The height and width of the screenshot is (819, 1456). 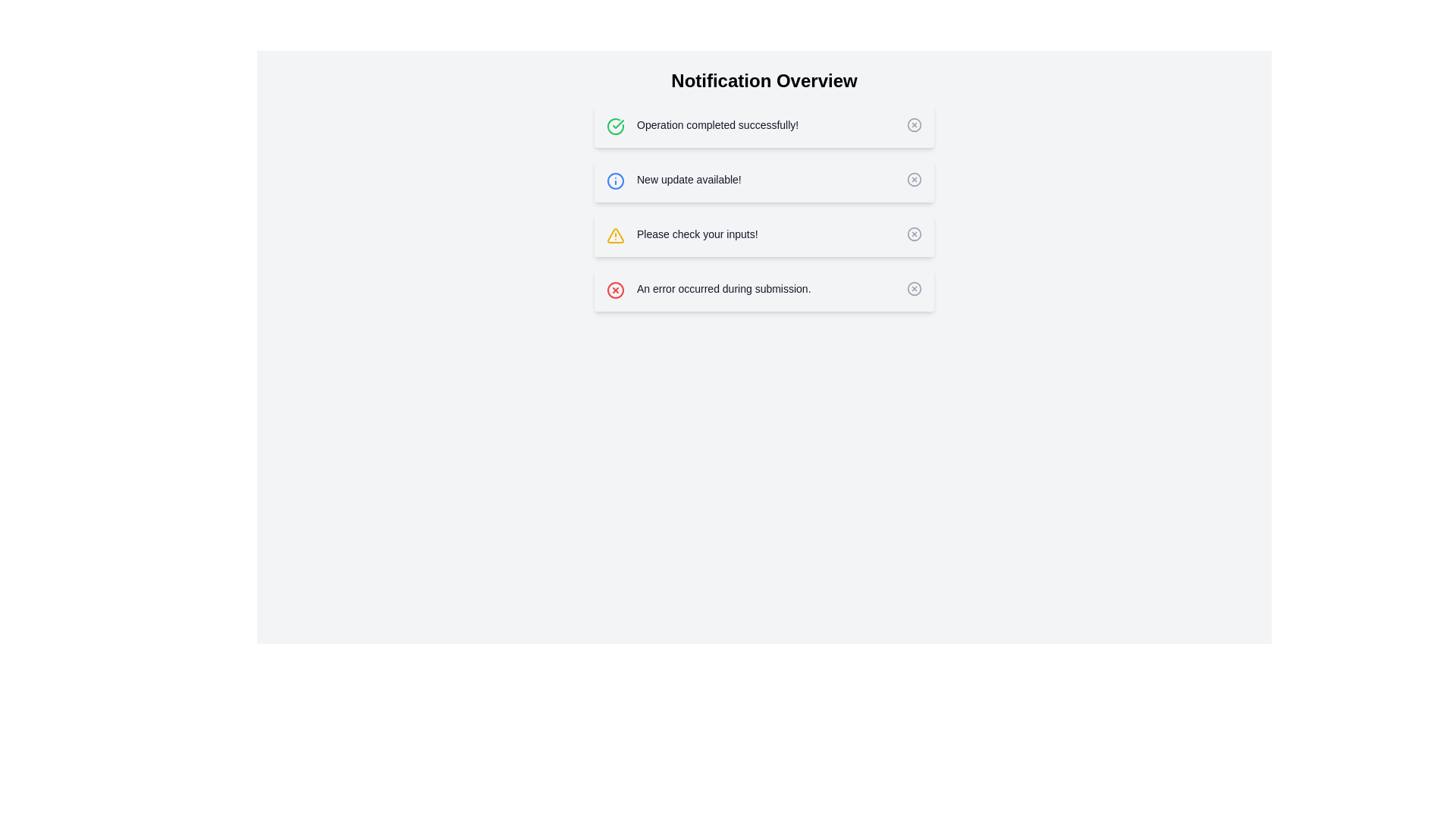 What do you see at coordinates (764, 208) in the screenshot?
I see `the Notification banner that alerts users of input issues, positioned between 'New update available!' and 'An error occurred during submission.'` at bounding box center [764, 208].